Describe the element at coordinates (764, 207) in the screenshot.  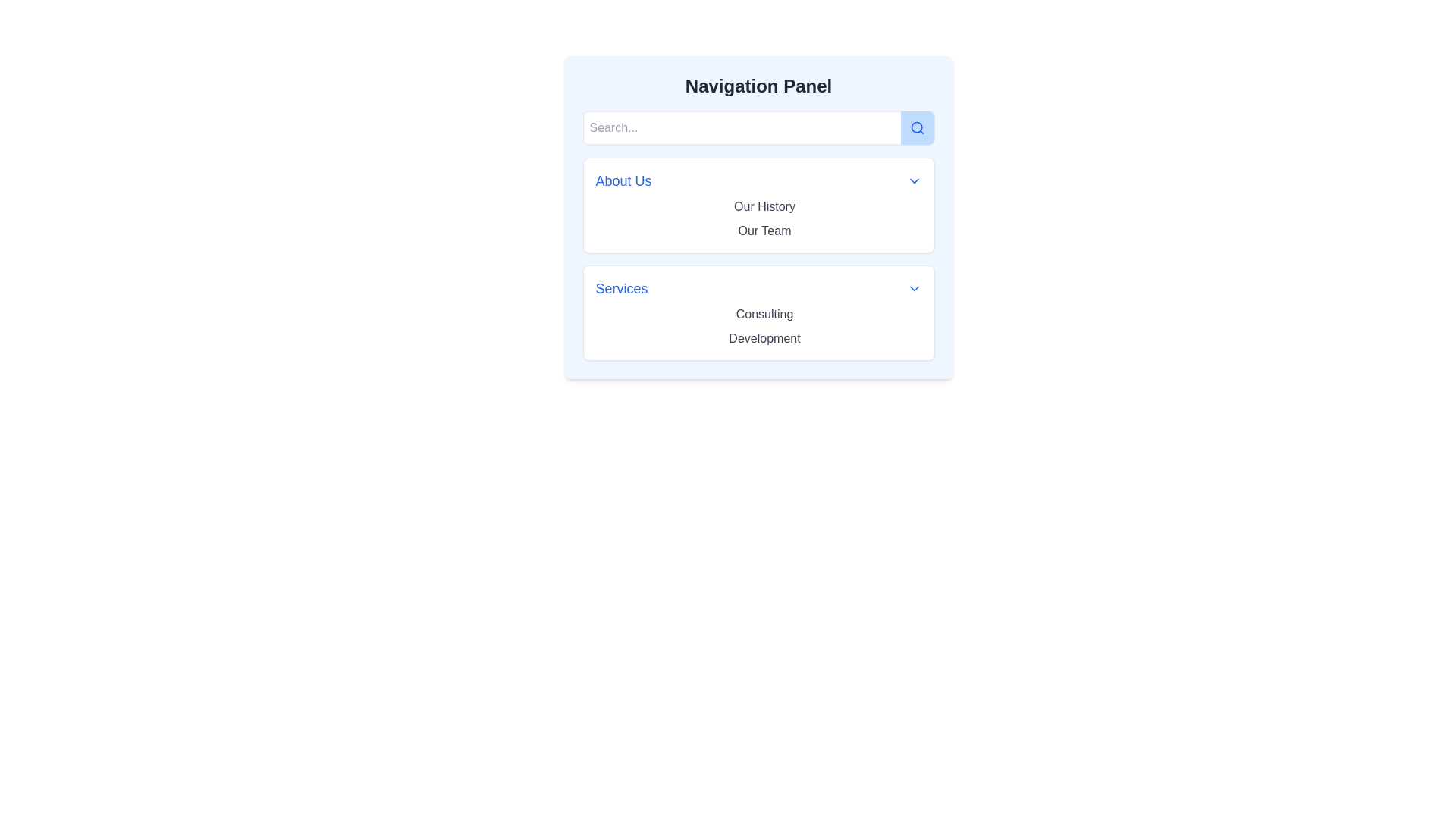
I see `the interactive text link labeled 'Our History' located in the 'About Us' section of the navigation panel` at that location.